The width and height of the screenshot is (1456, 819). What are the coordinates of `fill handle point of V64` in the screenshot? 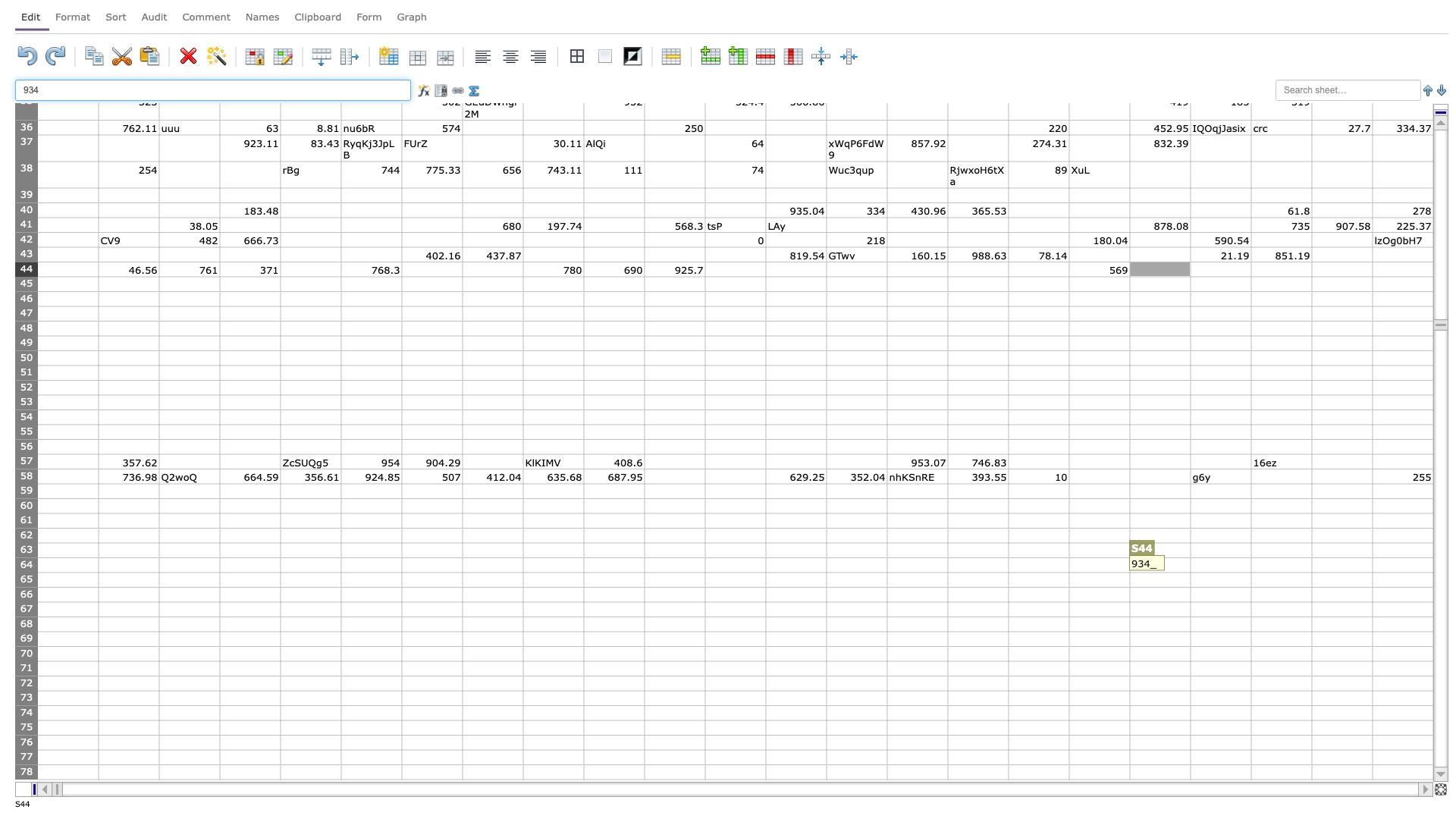 It's located at (1372, 573).